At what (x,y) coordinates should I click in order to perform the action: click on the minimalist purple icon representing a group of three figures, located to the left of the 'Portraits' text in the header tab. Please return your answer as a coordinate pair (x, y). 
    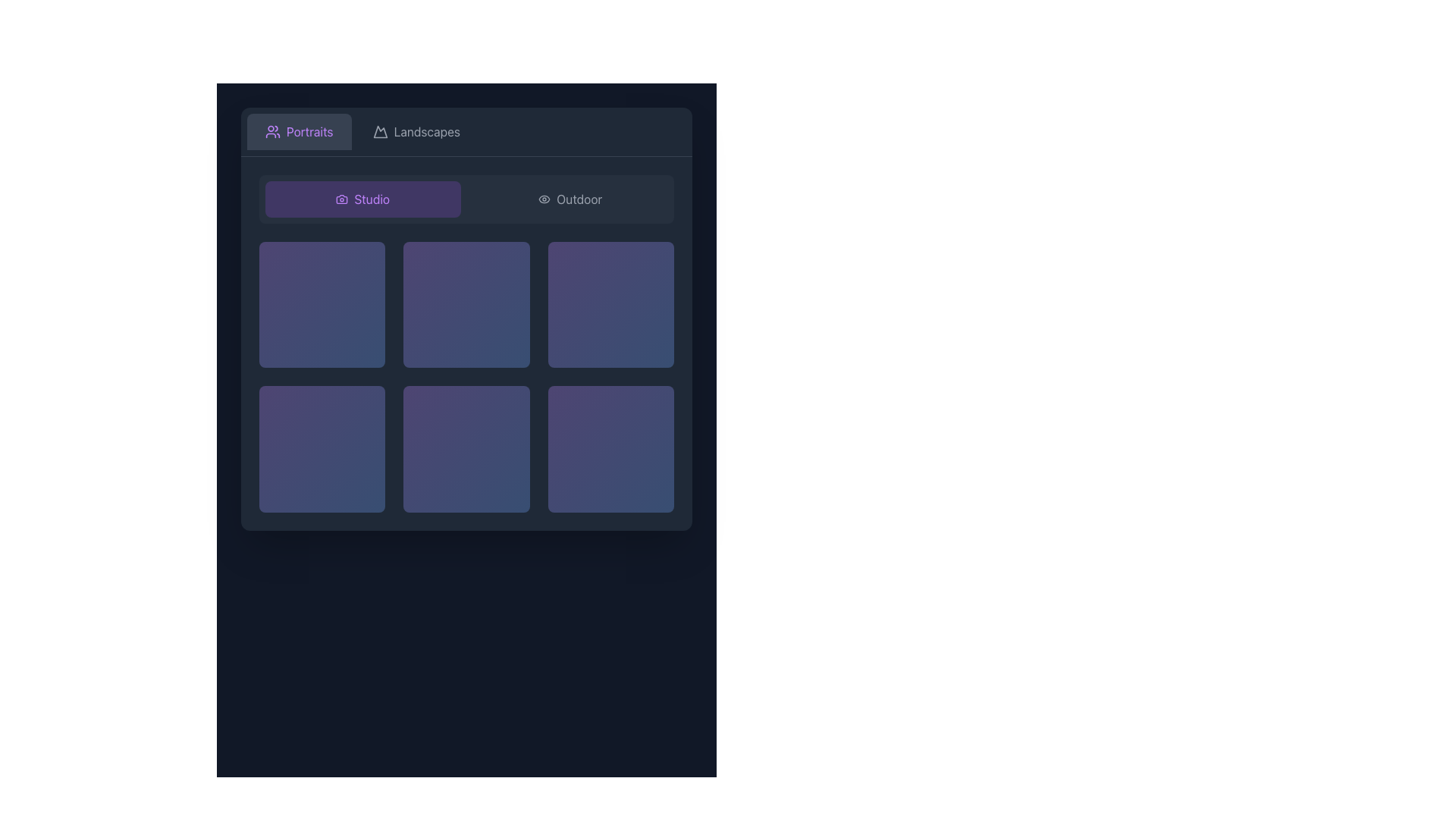
    Looking at the image, I should click on (273, 130).